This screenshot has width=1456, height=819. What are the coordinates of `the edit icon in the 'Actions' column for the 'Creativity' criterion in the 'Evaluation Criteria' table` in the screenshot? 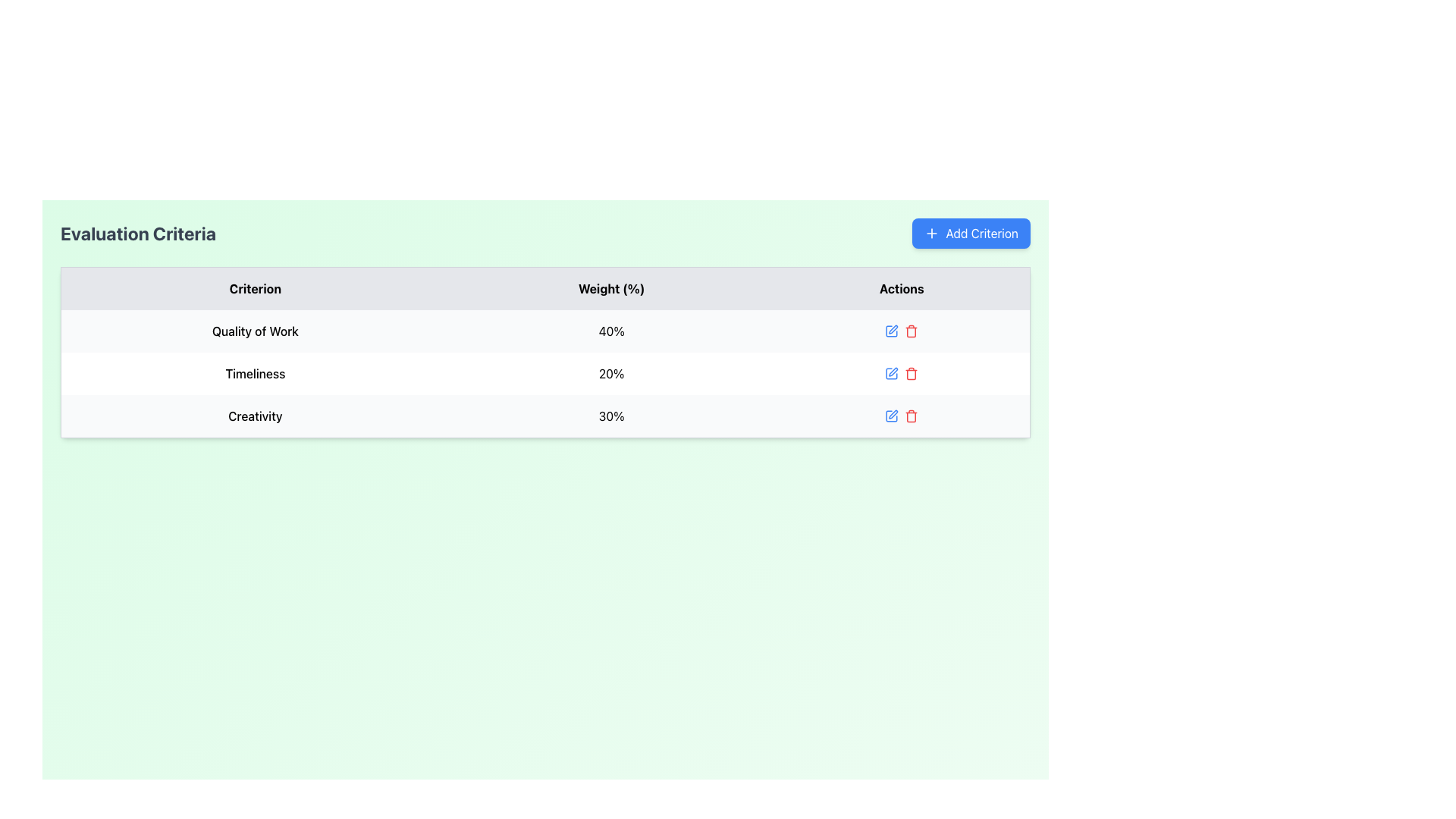 It's located at (892, 416).